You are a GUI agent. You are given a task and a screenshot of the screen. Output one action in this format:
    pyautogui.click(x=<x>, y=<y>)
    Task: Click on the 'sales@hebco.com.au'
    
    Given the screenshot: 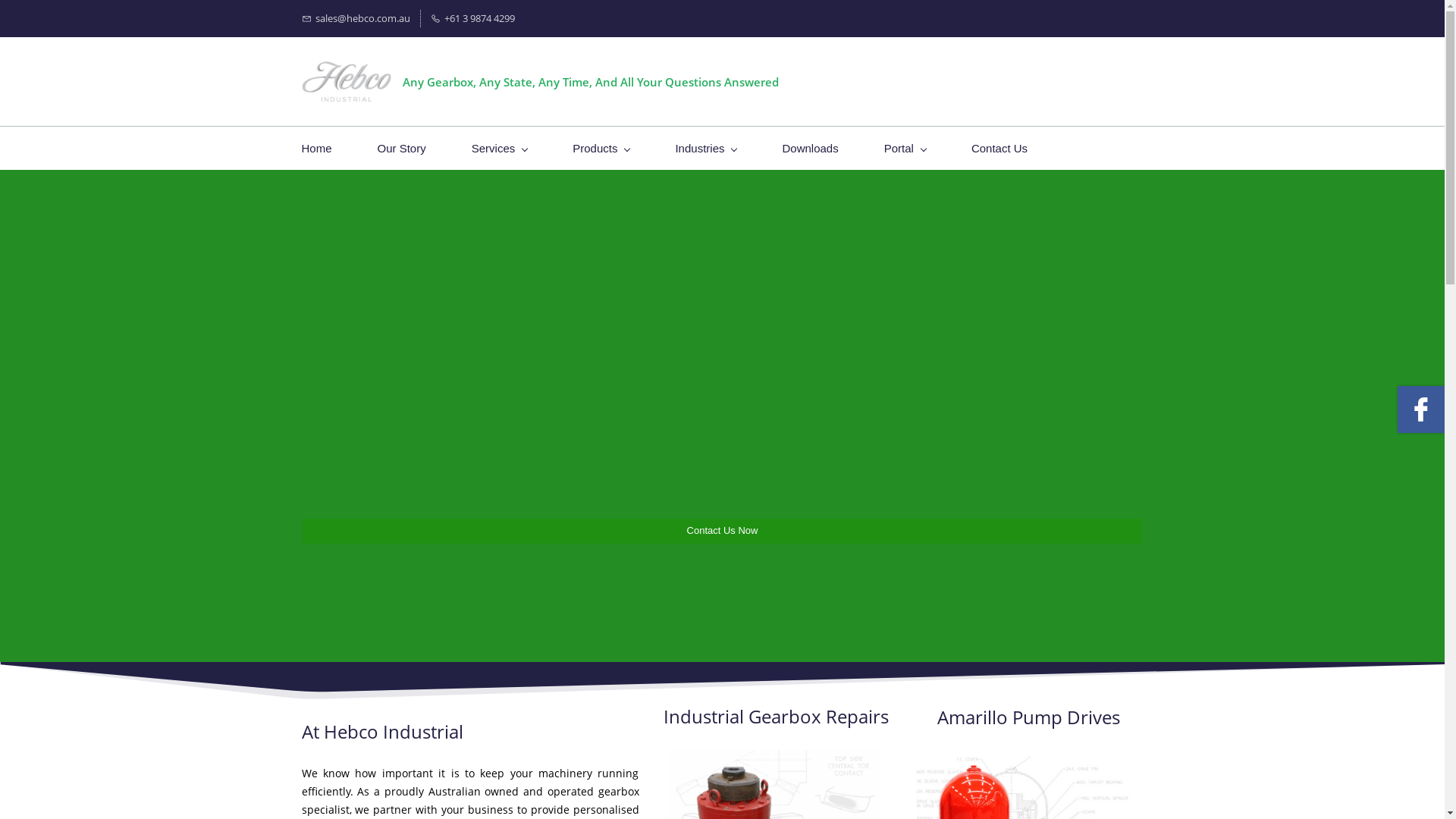 What is the action you would take?
    pyautogui.click(x=355, y=18)
    